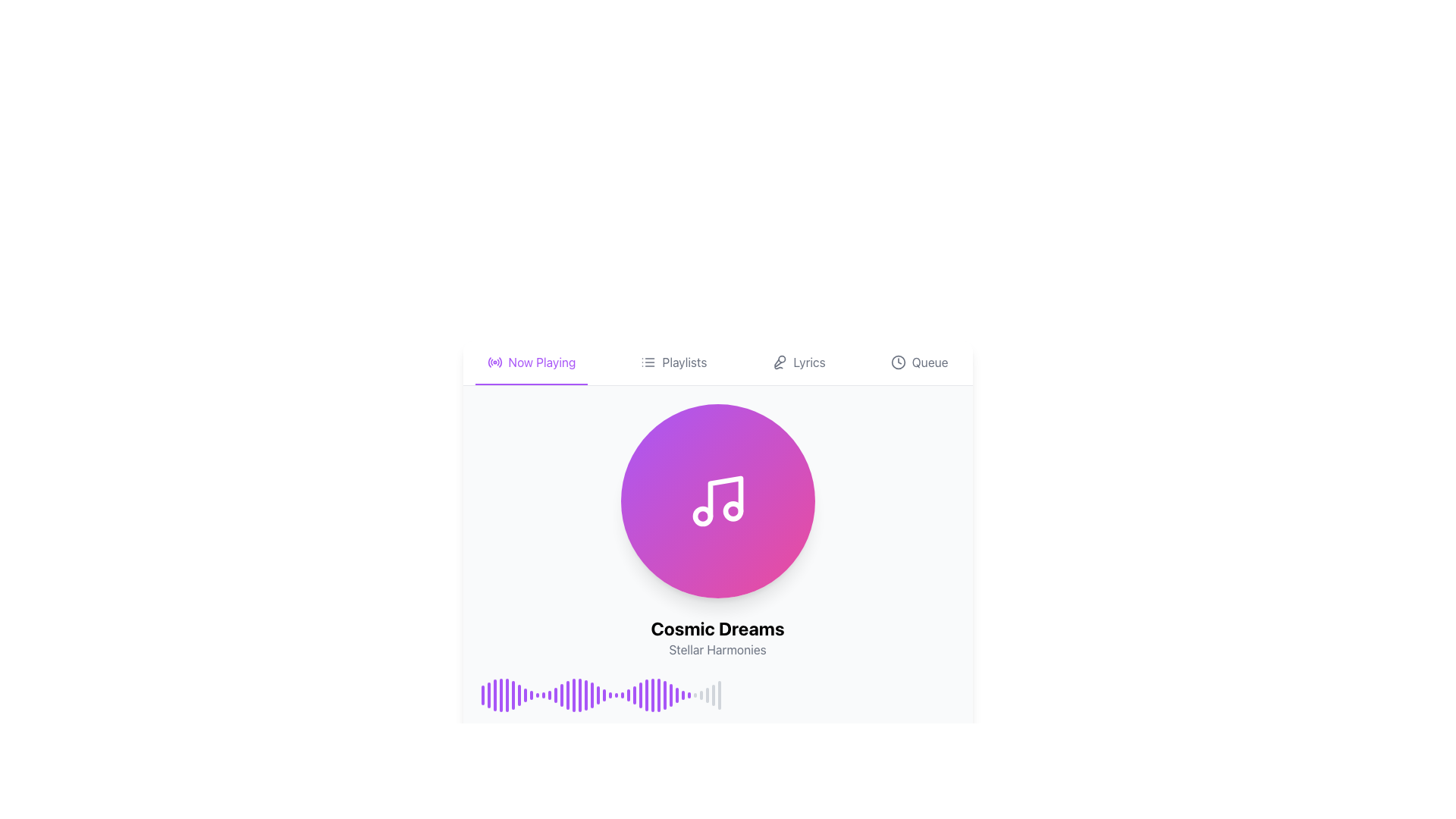  What do you see at coordinates (500, 695) in the screenshot?
I see `the fourth bar of the waveform segment that visually represents the intensity of the music, positioned below the music artwork and title area` at bounding box center [500, 695].